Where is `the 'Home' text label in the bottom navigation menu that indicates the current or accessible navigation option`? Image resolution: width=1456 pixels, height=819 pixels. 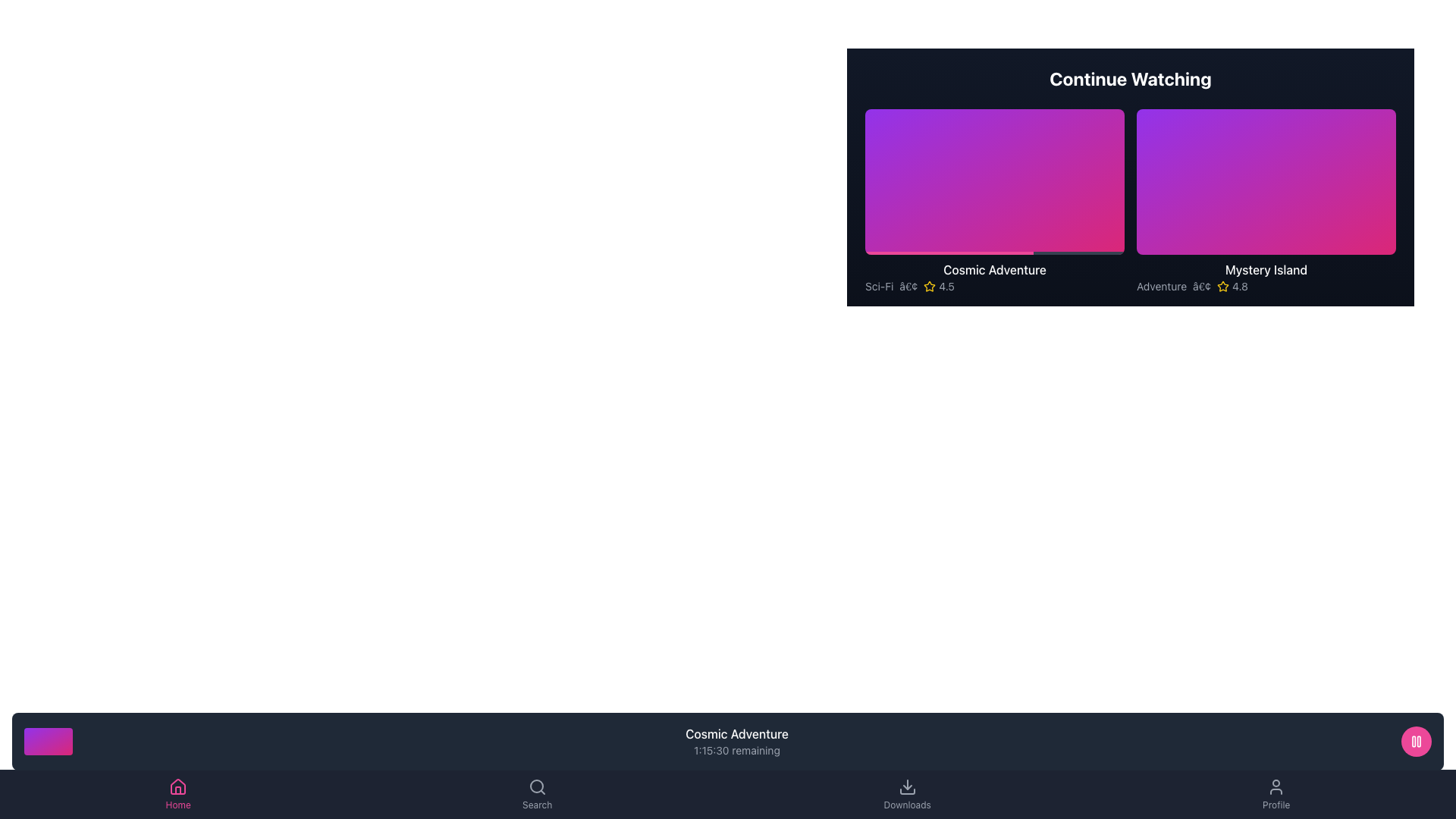 the 'Home' text label in the bottom navigation menu that indicates the current or accessible navigation option is located at coordinates (178, 804).